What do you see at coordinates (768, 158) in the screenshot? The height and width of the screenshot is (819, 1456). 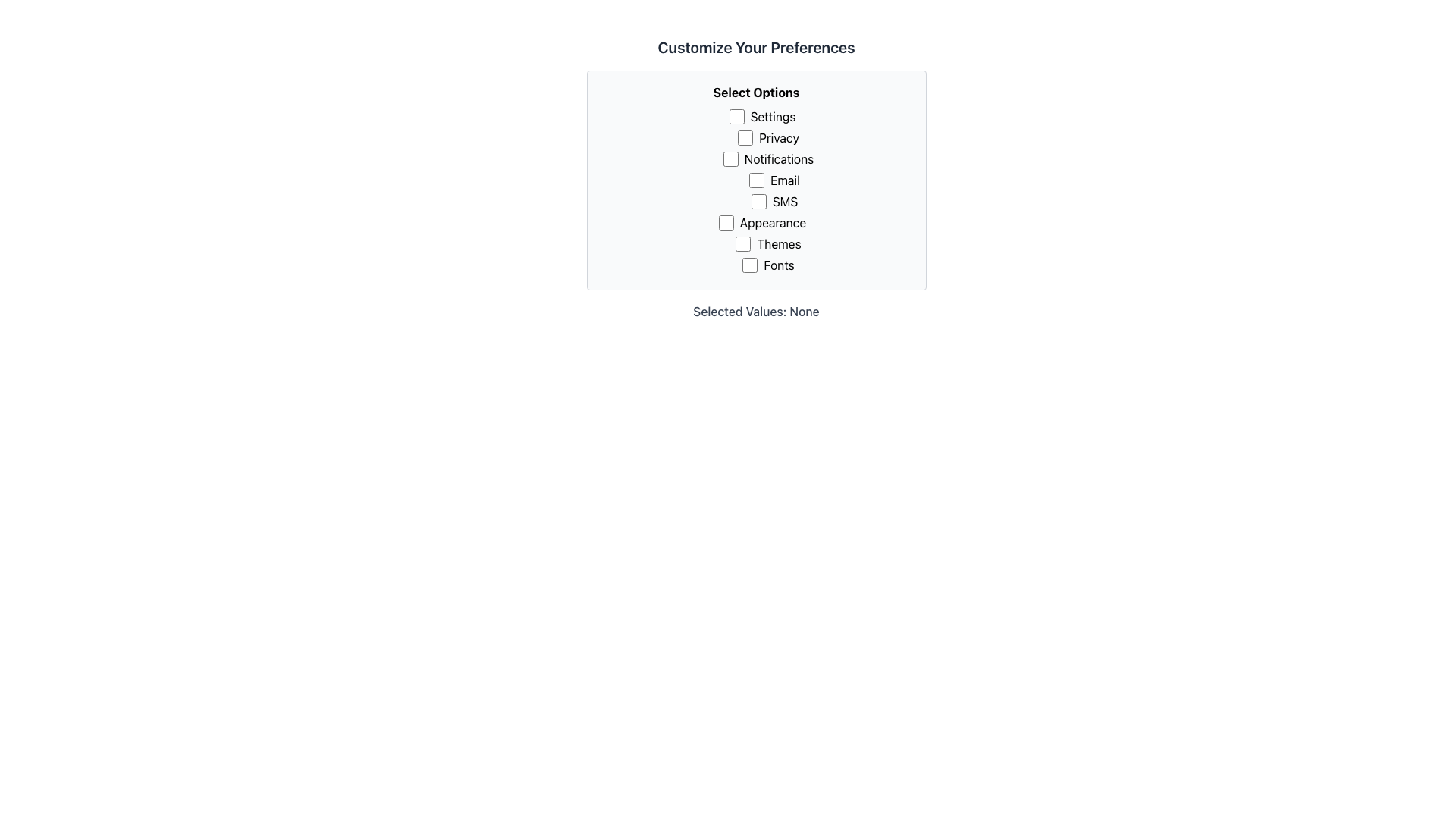 I see `the label of the 'Notifications' checkbox` at bounding box center [768, 158].